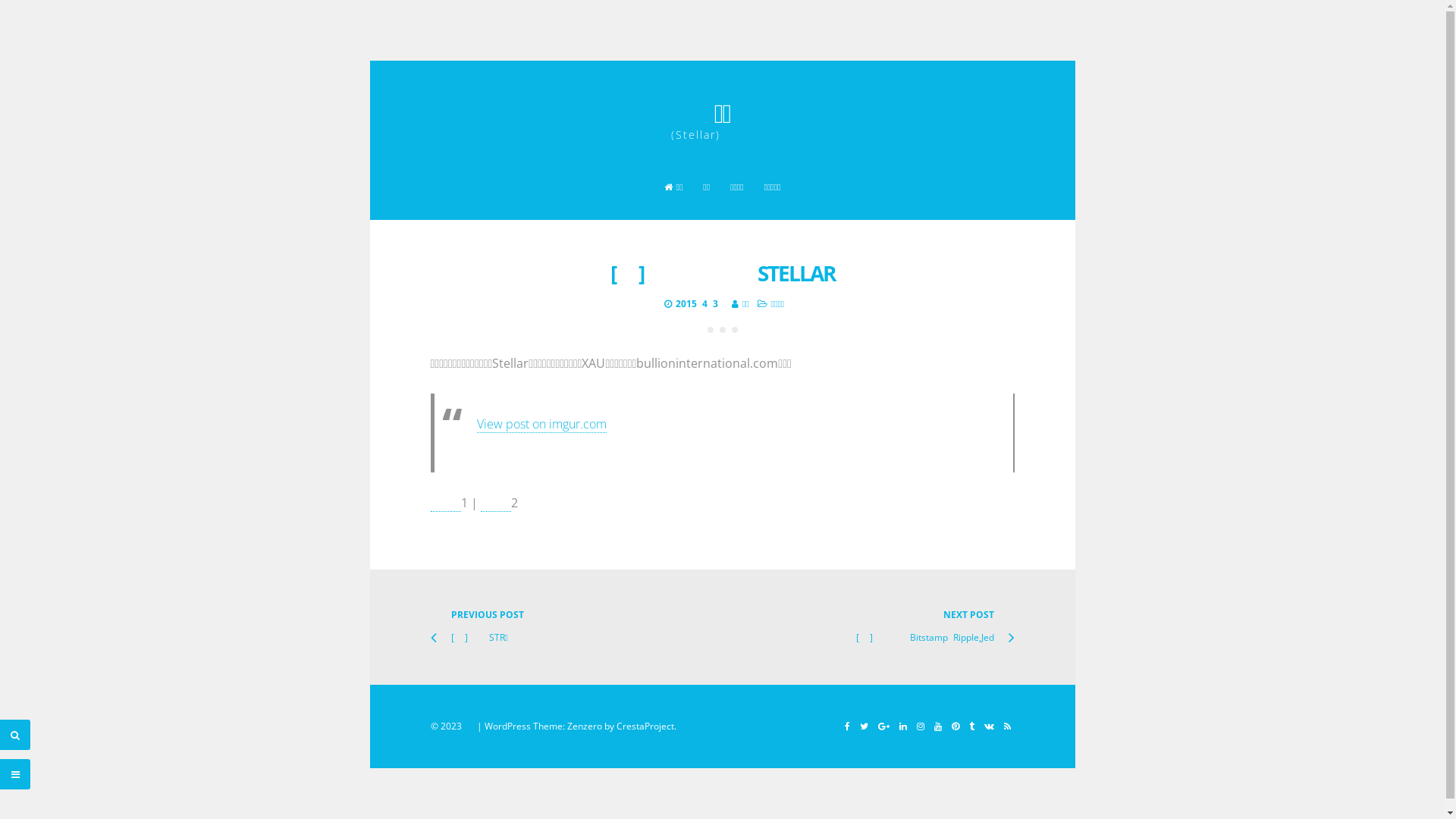 This screenshot has width=1456, height=819. I want to click on 'View post on imgur.com', so click(541, 424).